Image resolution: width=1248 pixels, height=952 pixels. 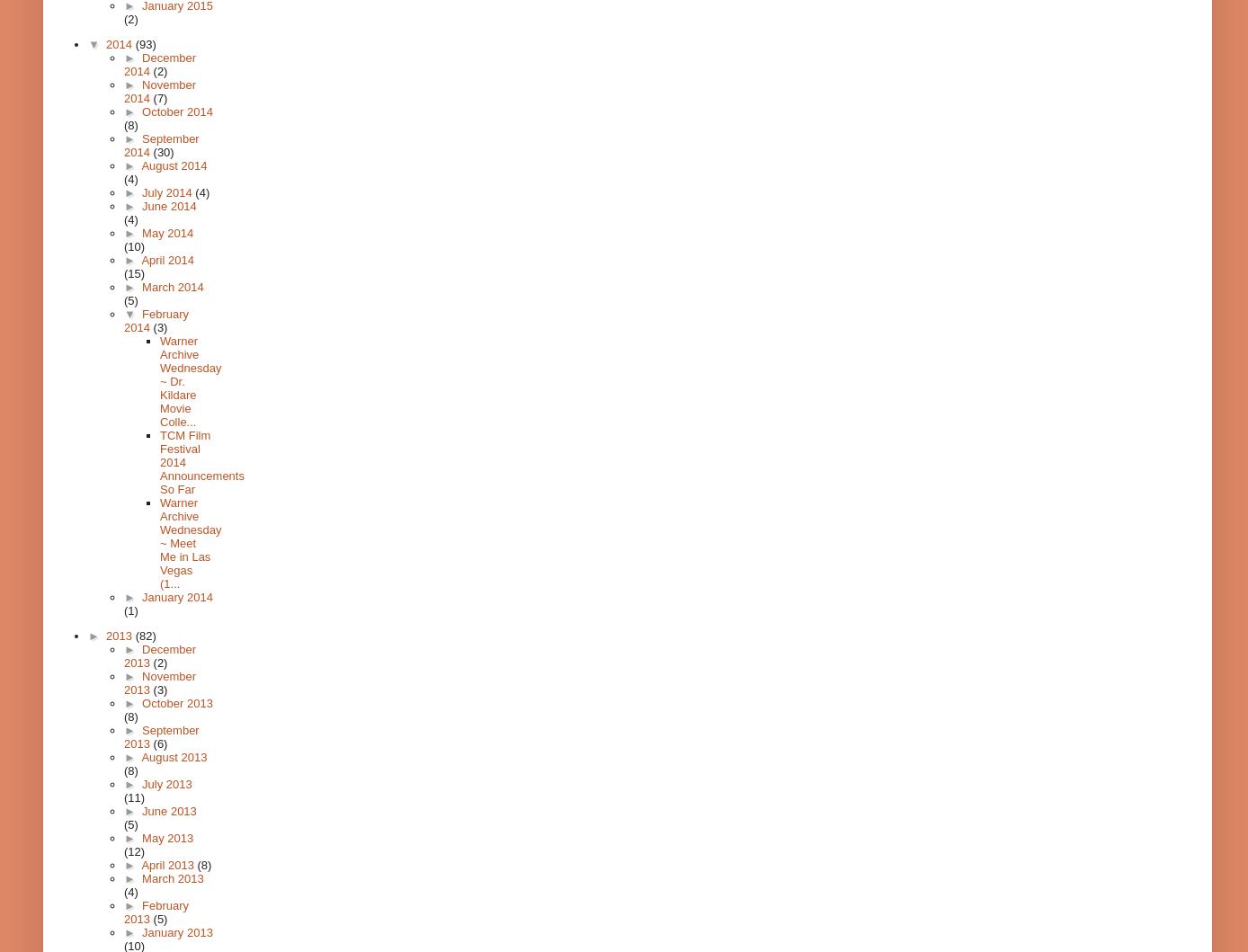 What do you see at coordinates (134, 273) in the screenshot?
I see `'(15)'` at bounding box center [134, 273].